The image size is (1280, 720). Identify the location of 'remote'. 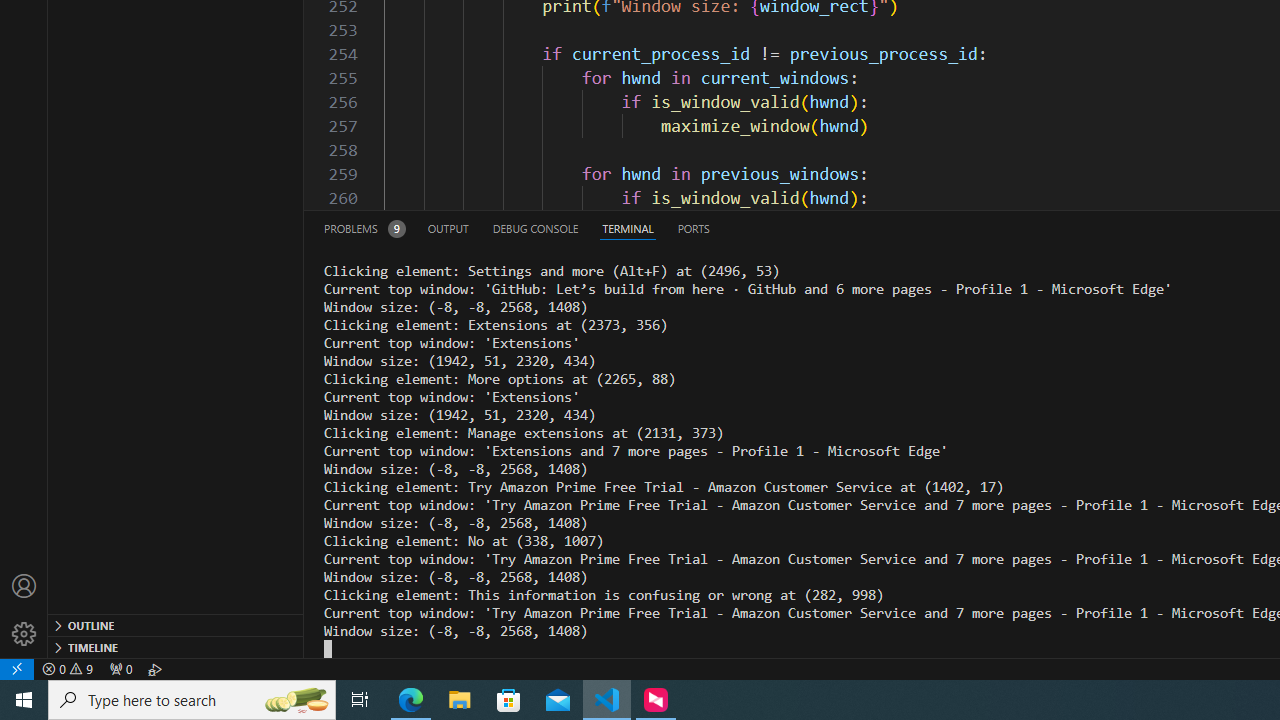
(17, 668).